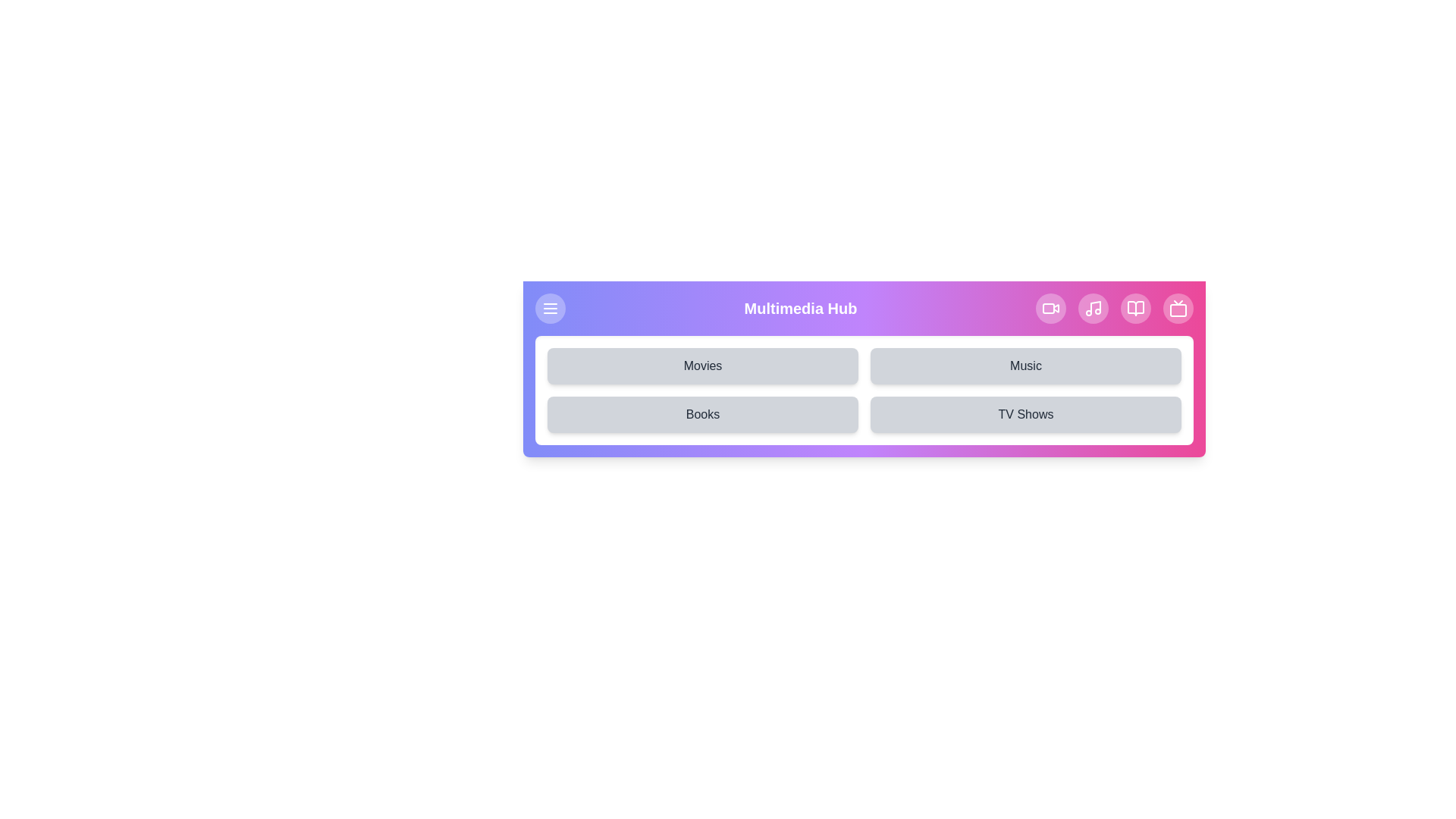 The height and width of the screenshot is (819, 1456). I want to click on the Music navigation icon to explore the corresponding multimedia category, so click(1093, 308).